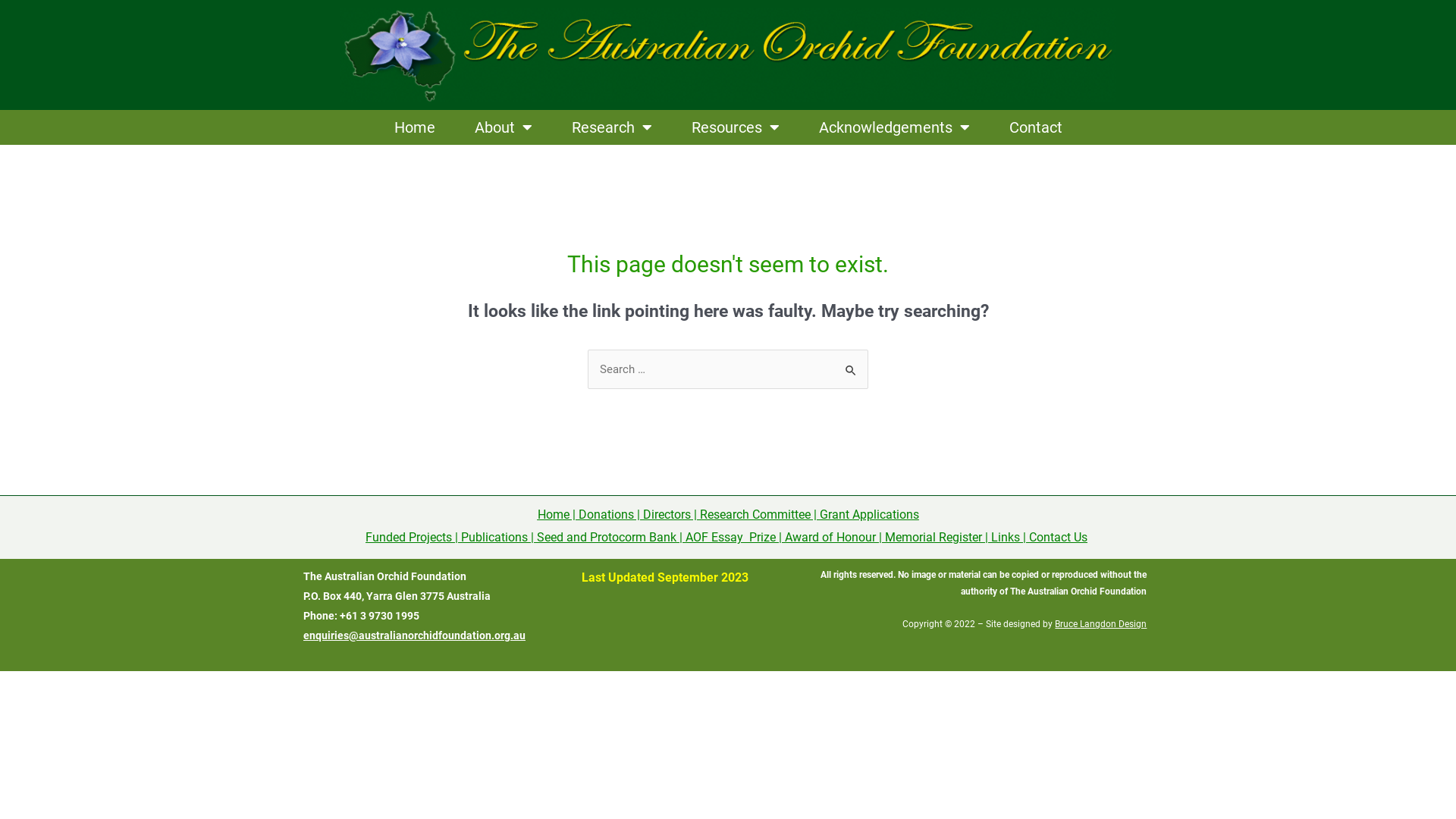 The image size is (1456, 819). Describe the element at coordinates (735, 127) in the screenshot. I see `'Resources'` at that location.